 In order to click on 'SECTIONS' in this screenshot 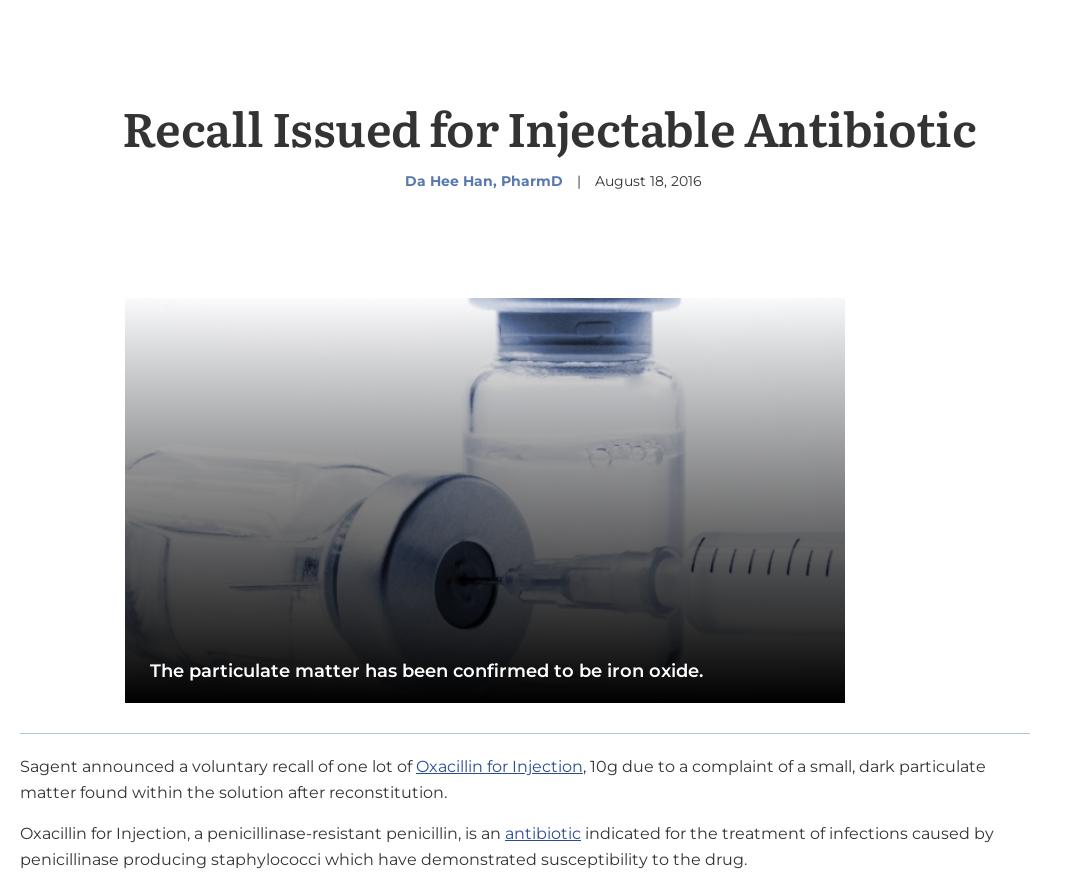, I will do `click(110, 46)`.